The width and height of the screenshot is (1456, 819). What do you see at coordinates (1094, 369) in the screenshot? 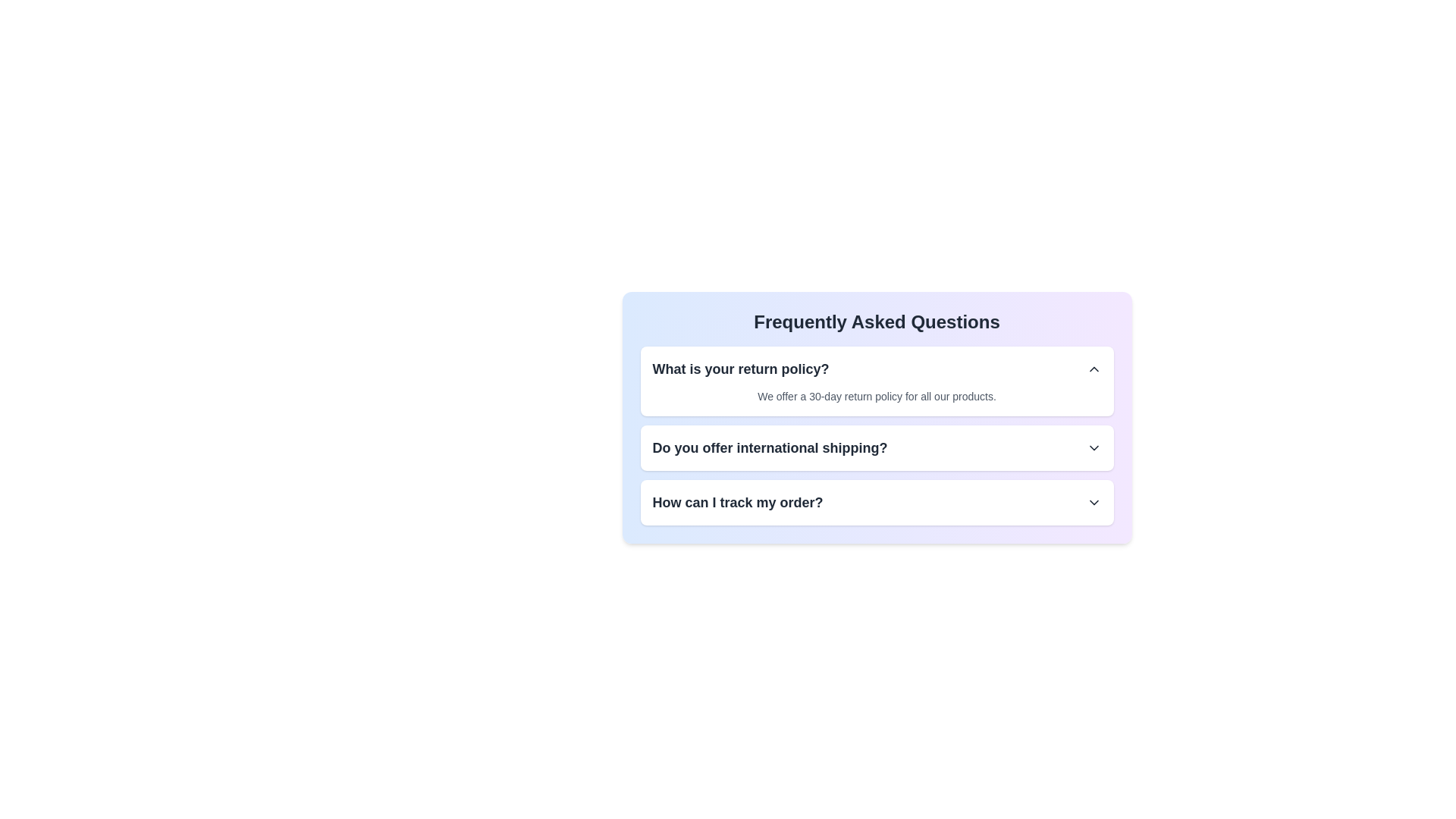
I see `the expand/collapse icon next to the FAQ with the question 'What is your return policy?'` at bounding box center [1094, 369].